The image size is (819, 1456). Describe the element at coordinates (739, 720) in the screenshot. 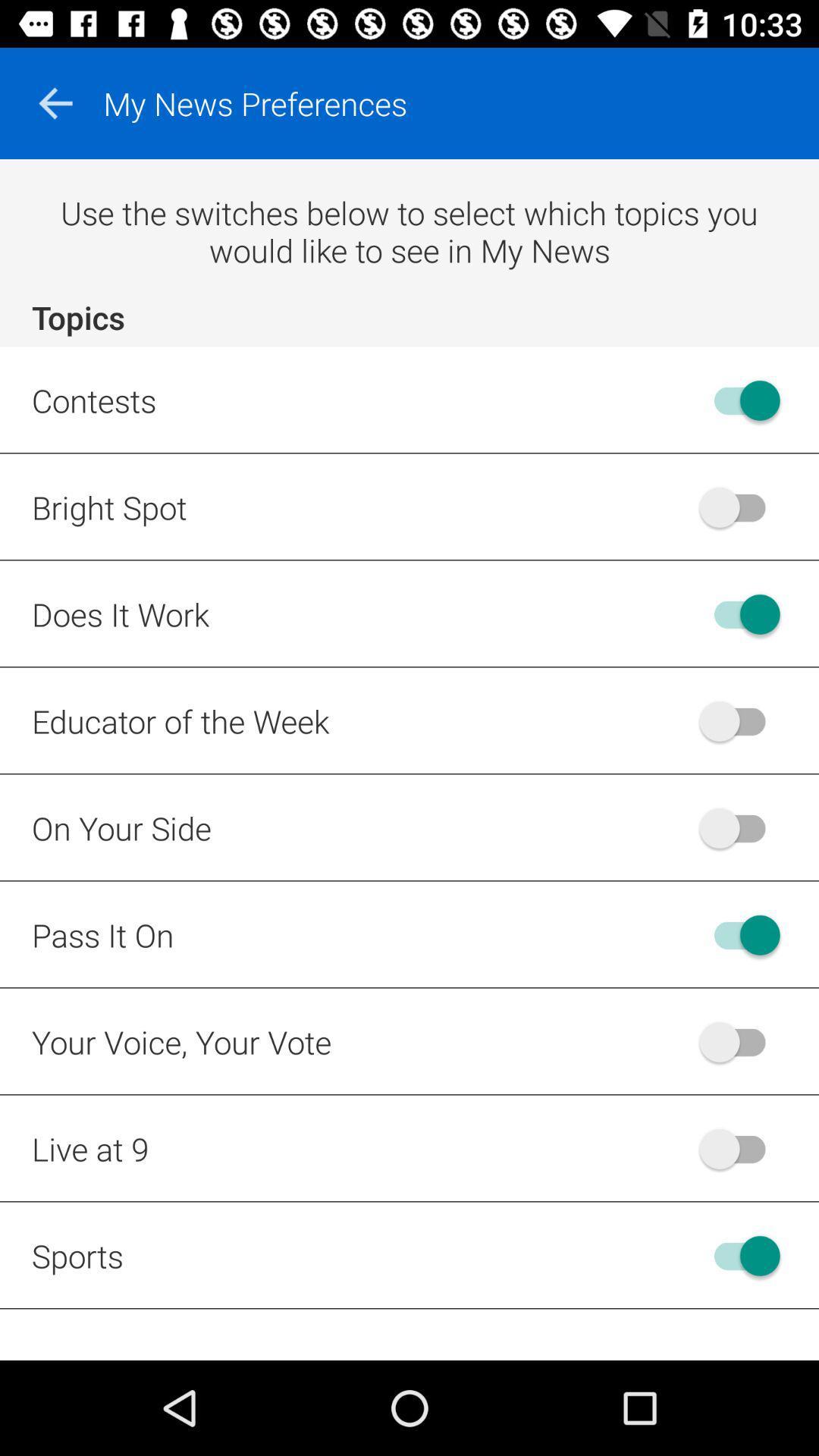

I see `notification option` at that location.